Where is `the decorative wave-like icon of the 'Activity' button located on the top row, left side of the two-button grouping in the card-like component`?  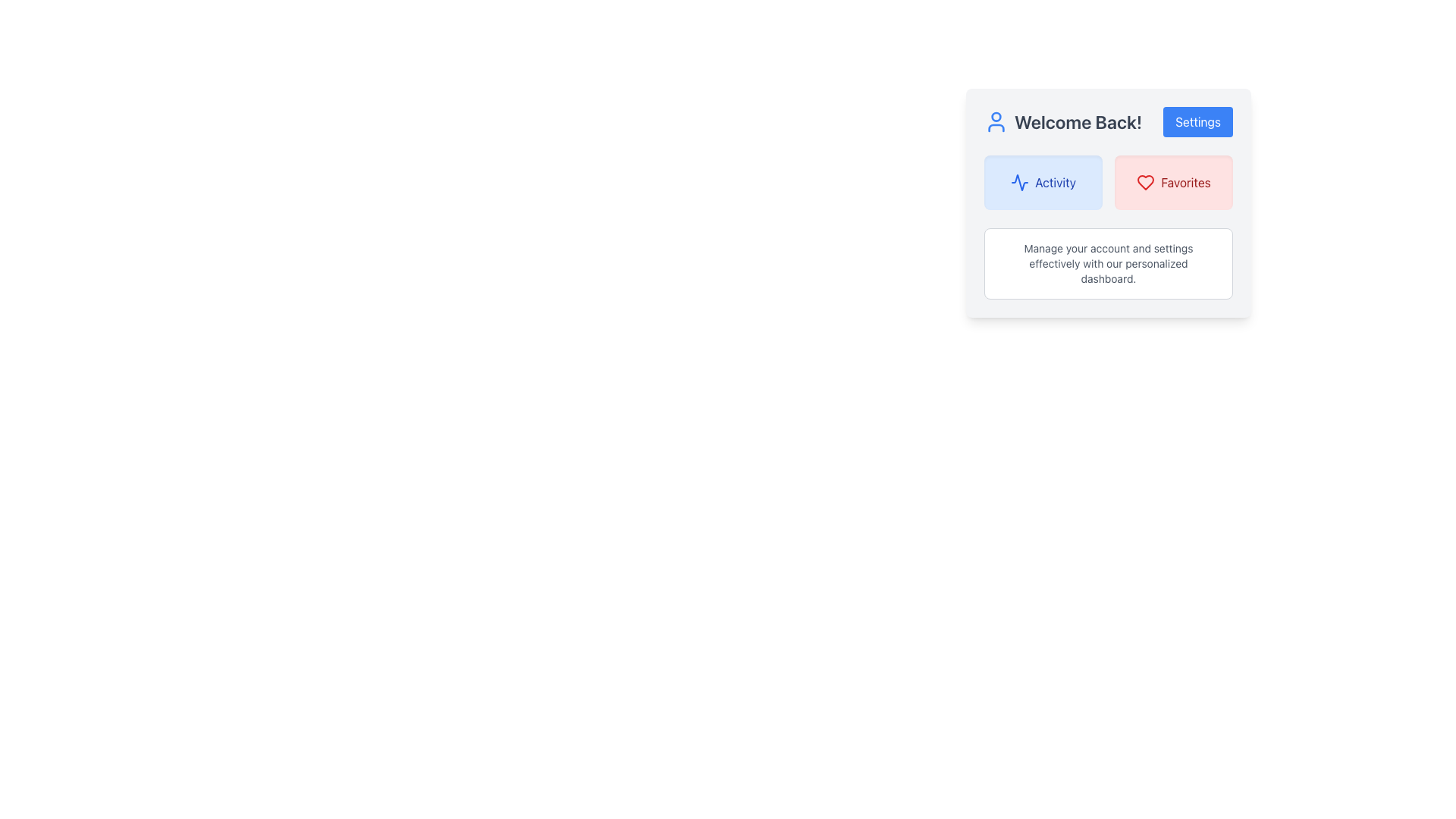 the decorative wave-like icon of the 'Activity' button located on the top row, left side of the two-button grouping in the card-like component is located at coordinates (1020, 181).